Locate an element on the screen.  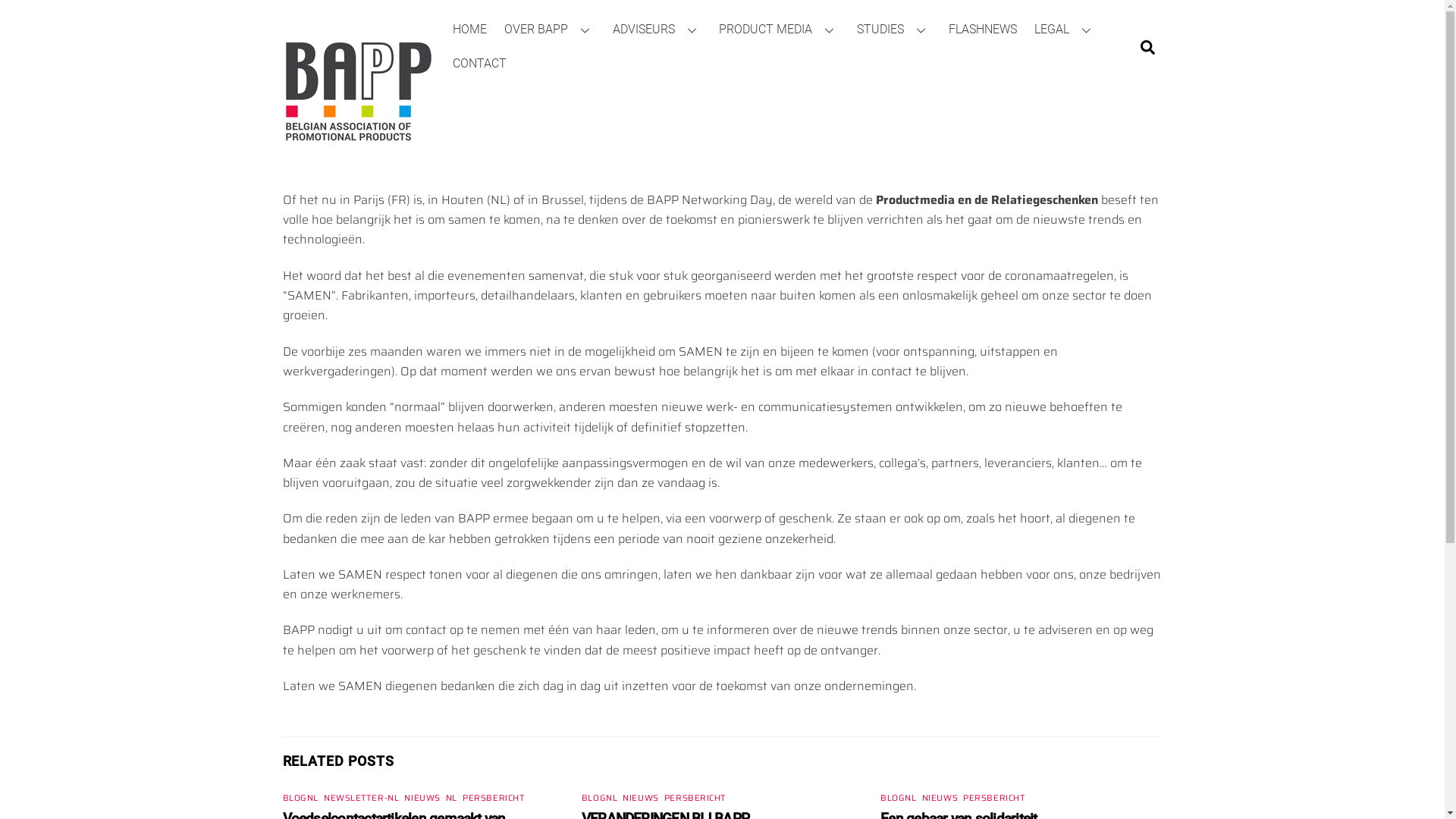
'OVER BAPP' is located at coordinates (549, 29).